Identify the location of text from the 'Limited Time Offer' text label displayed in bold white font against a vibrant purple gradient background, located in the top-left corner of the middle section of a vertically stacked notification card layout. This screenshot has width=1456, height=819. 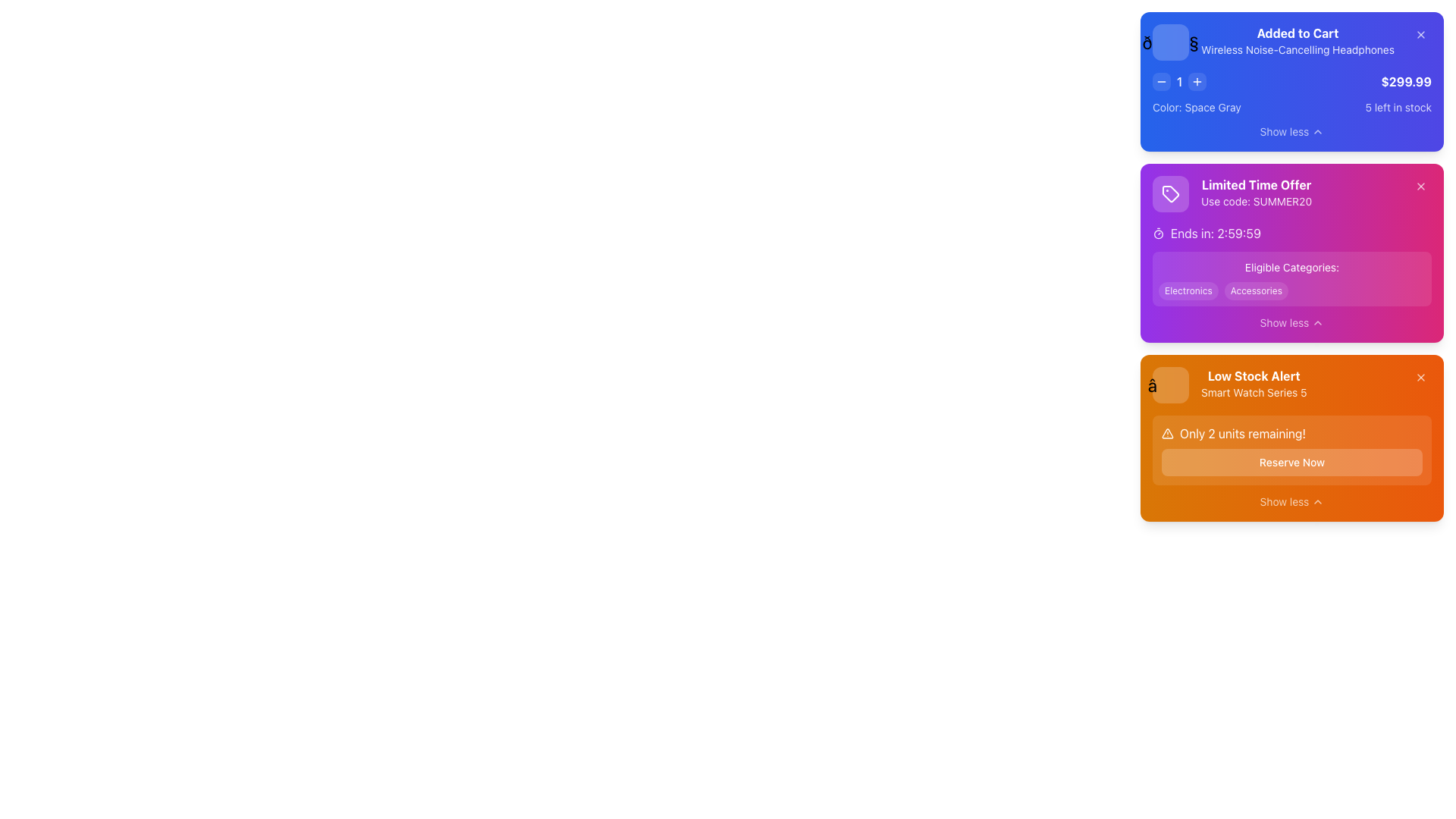
(1257, 184).